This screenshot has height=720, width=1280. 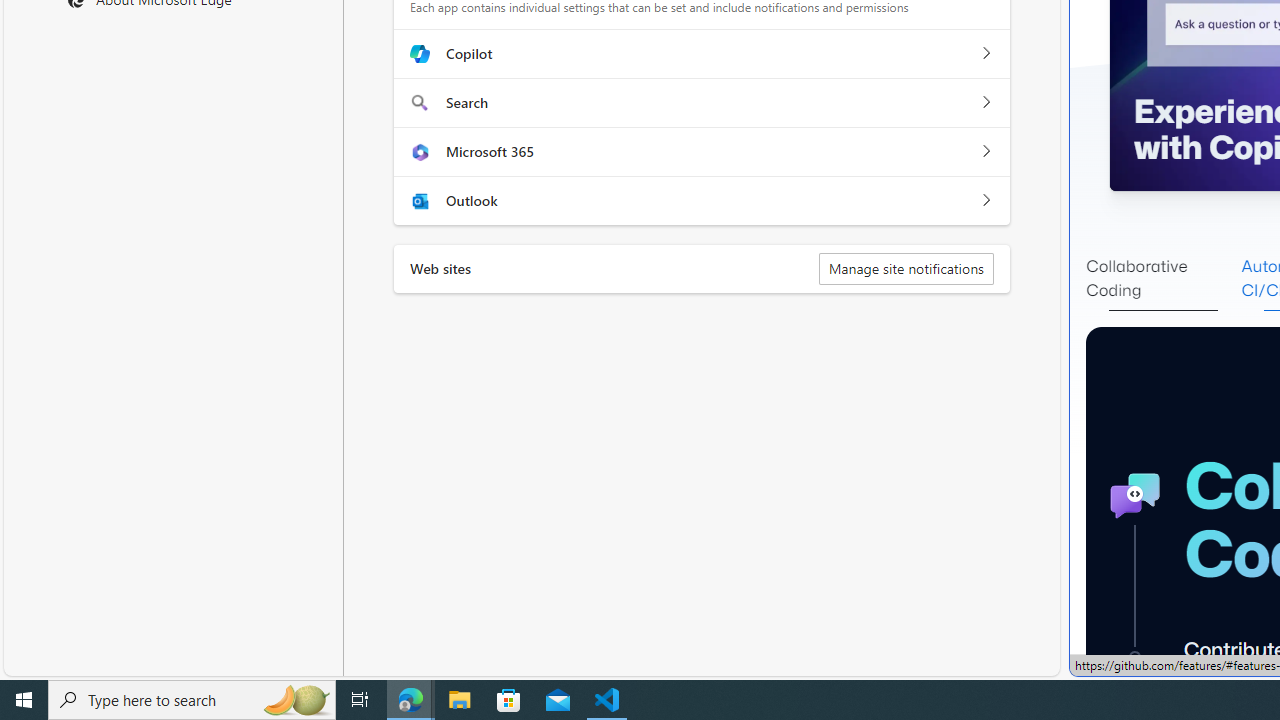 I want to click on 'Manage site notifications', so click(x=905, y=267).